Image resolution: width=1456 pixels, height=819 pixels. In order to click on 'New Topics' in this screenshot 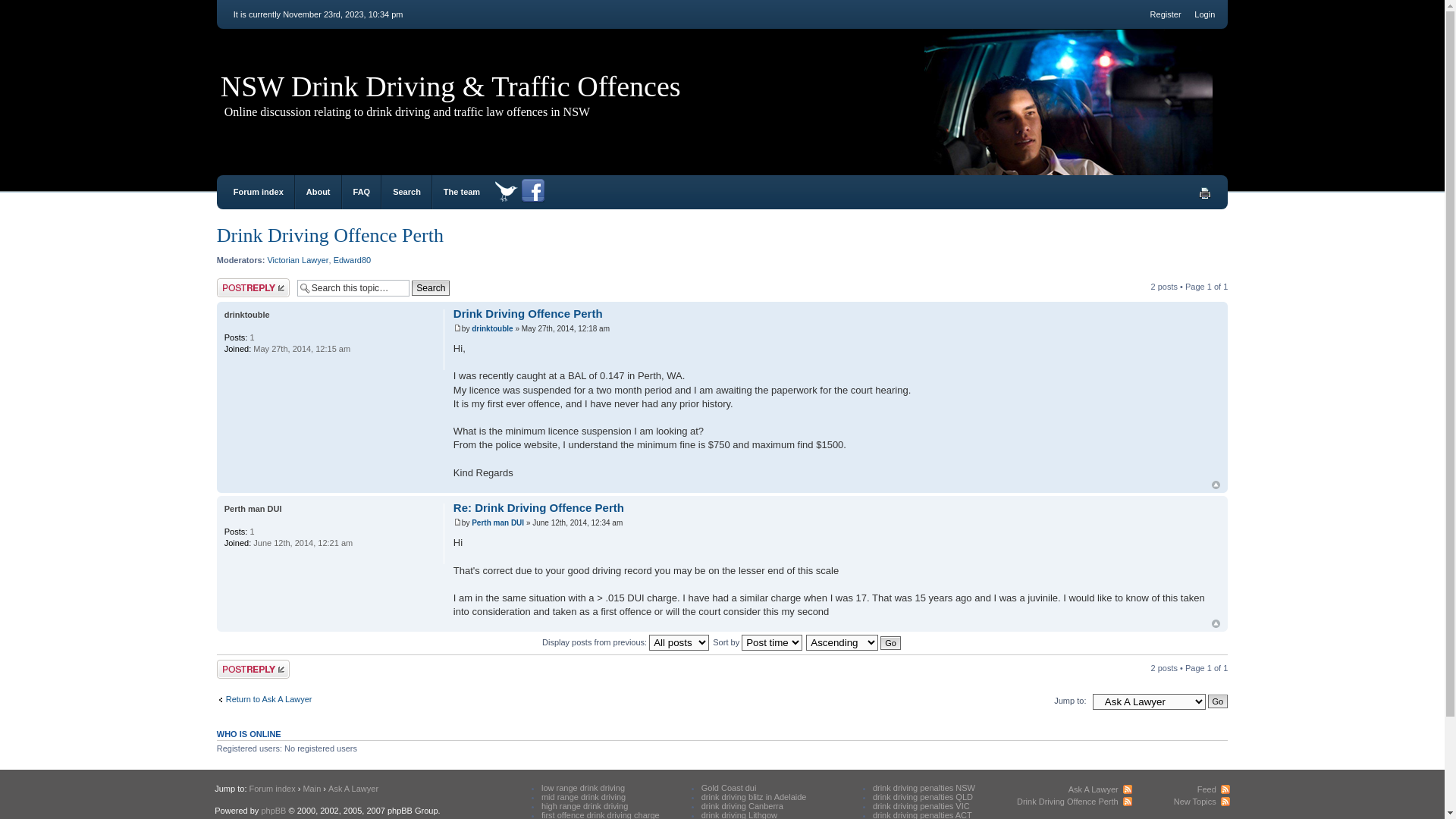, I will do `click(1200, 800)`.